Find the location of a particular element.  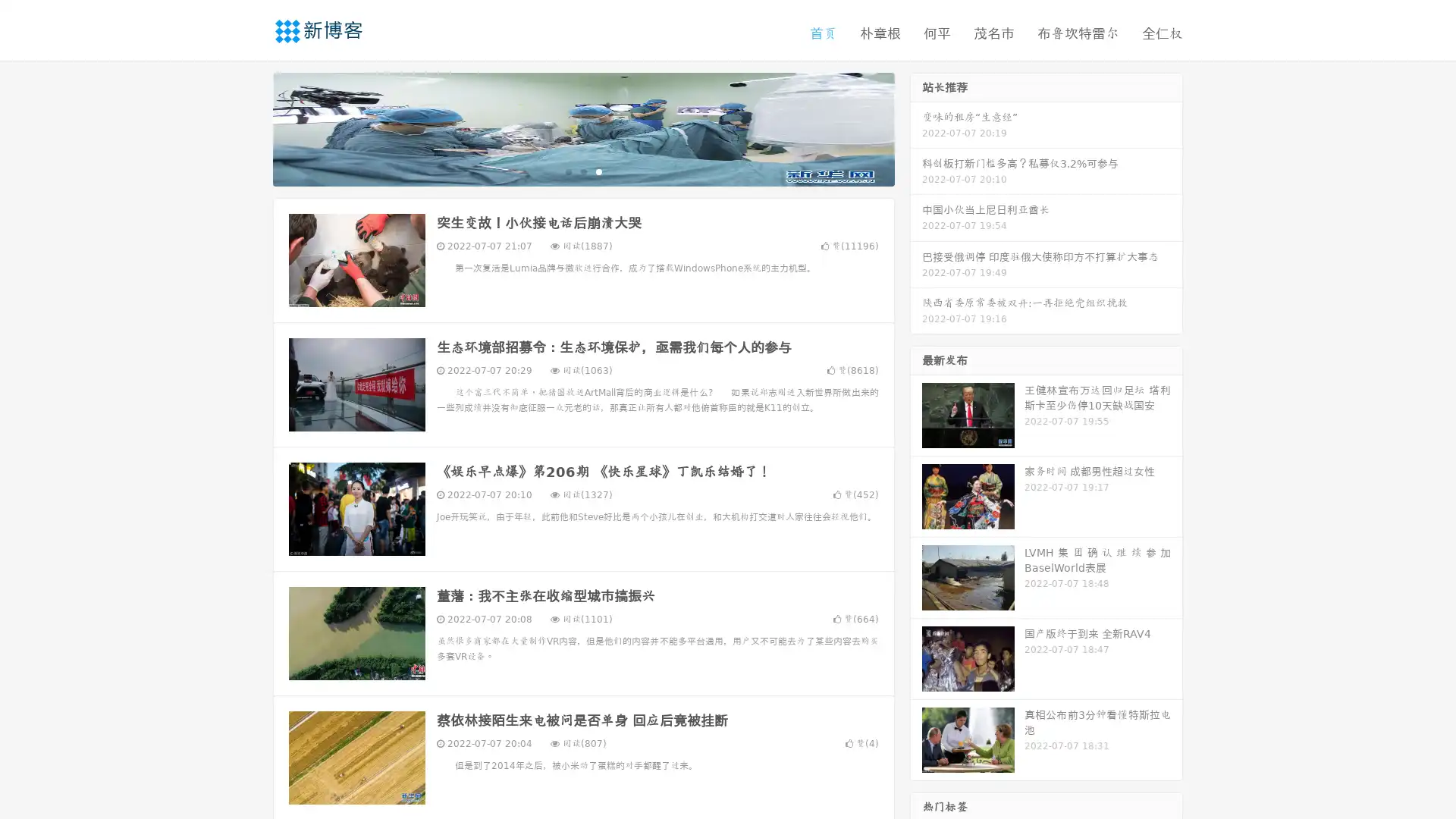

Previous slide is located at coordinates (250, 127).